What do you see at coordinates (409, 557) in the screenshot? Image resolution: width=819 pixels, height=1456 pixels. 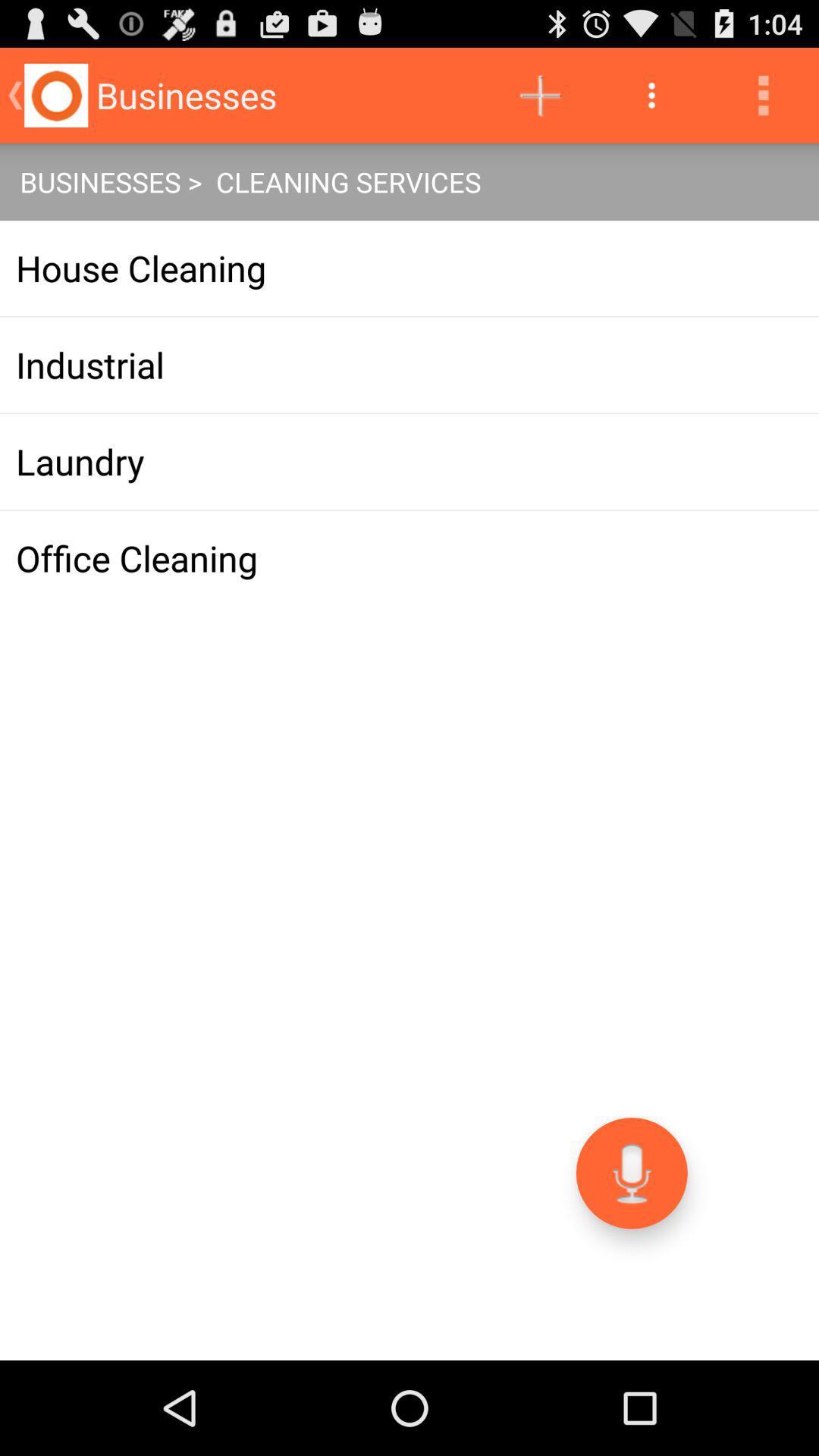 I see `app at the center` at bounding box center [409, 557].